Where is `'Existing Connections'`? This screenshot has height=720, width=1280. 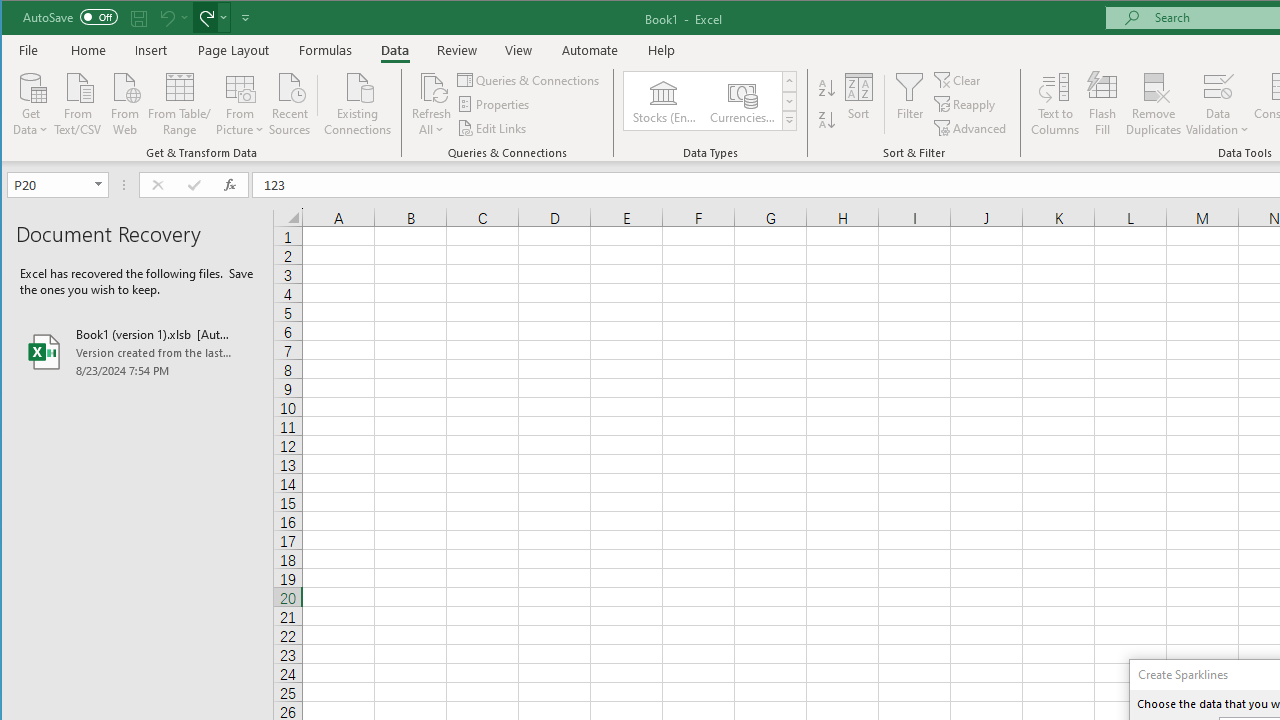
'Existing Connections' is located at coordinates (358, 102).